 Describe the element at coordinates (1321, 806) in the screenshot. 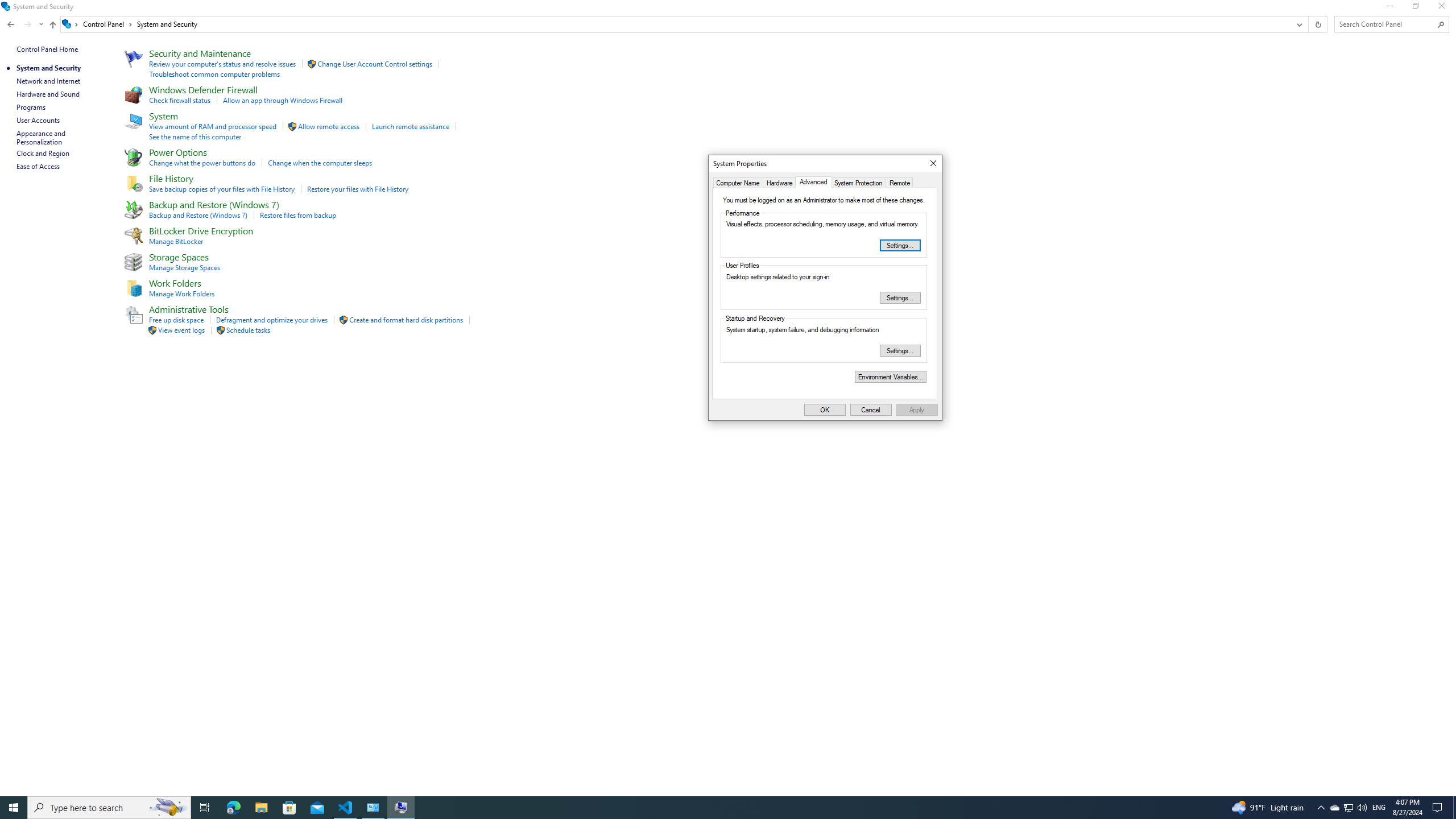

I see `'Notification Chevron'` at that location.